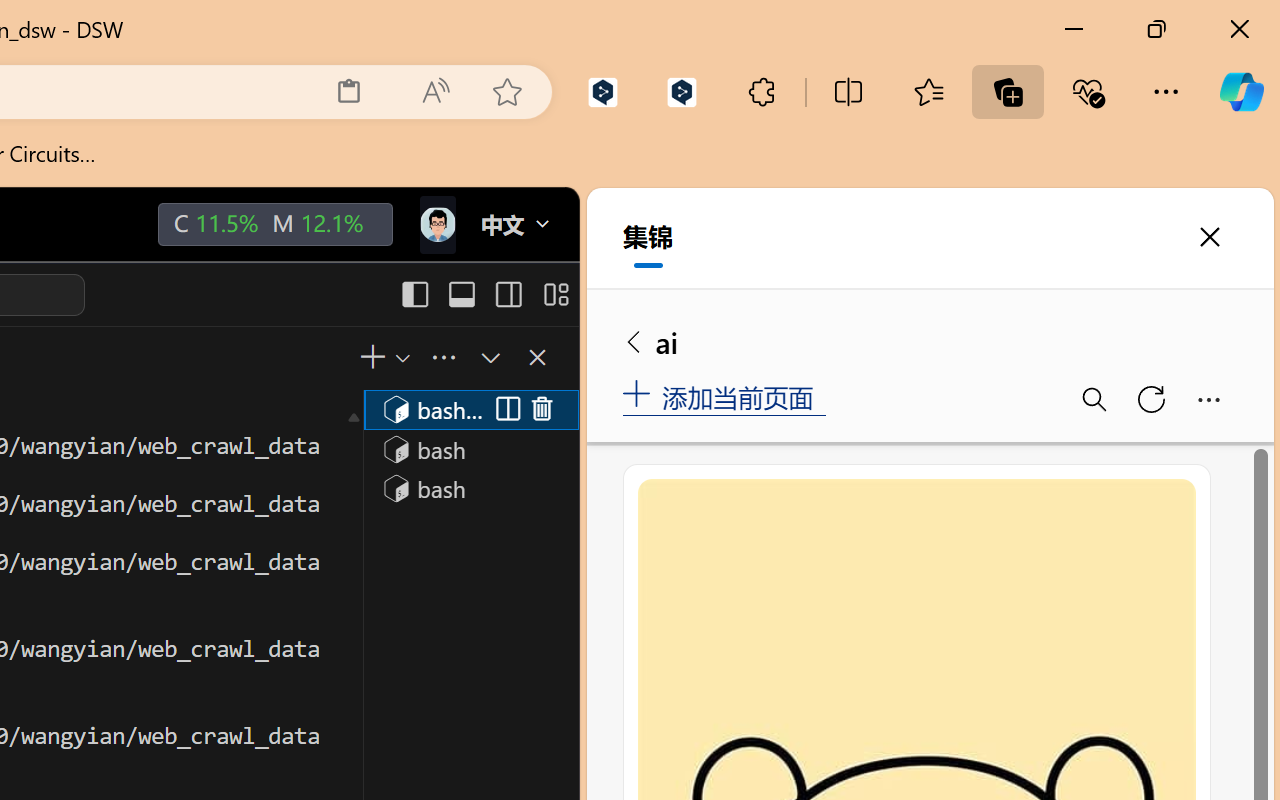 This screenshot has width=1280, height=800. What do you see at coordinates (460, 294) in the screenshot?
I see `'Toggle Panel (Ctrl+J)'` at bounding box center [460, 294].